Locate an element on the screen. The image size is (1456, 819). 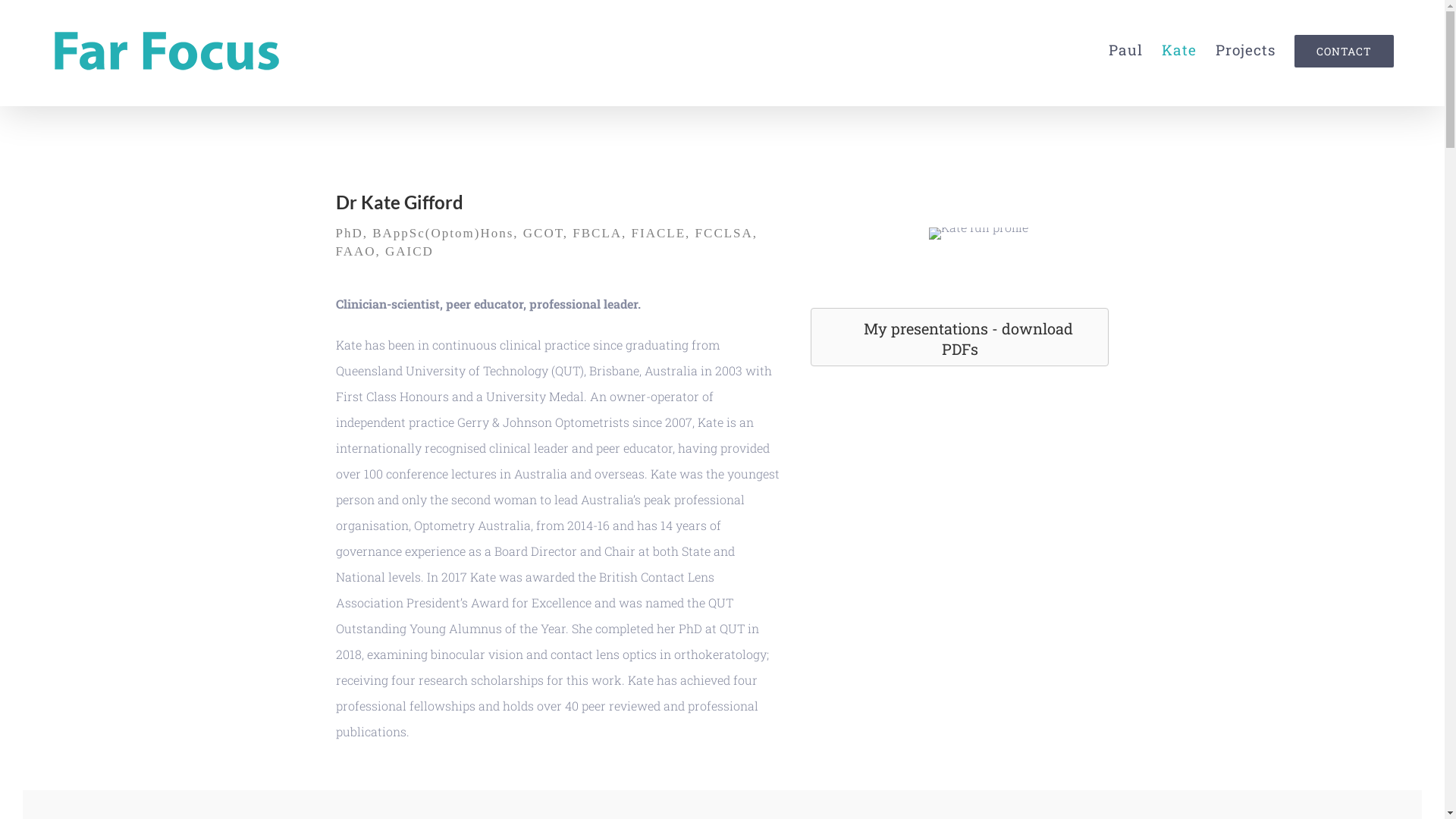
'Paul' is located at coordinates (1125, 49).